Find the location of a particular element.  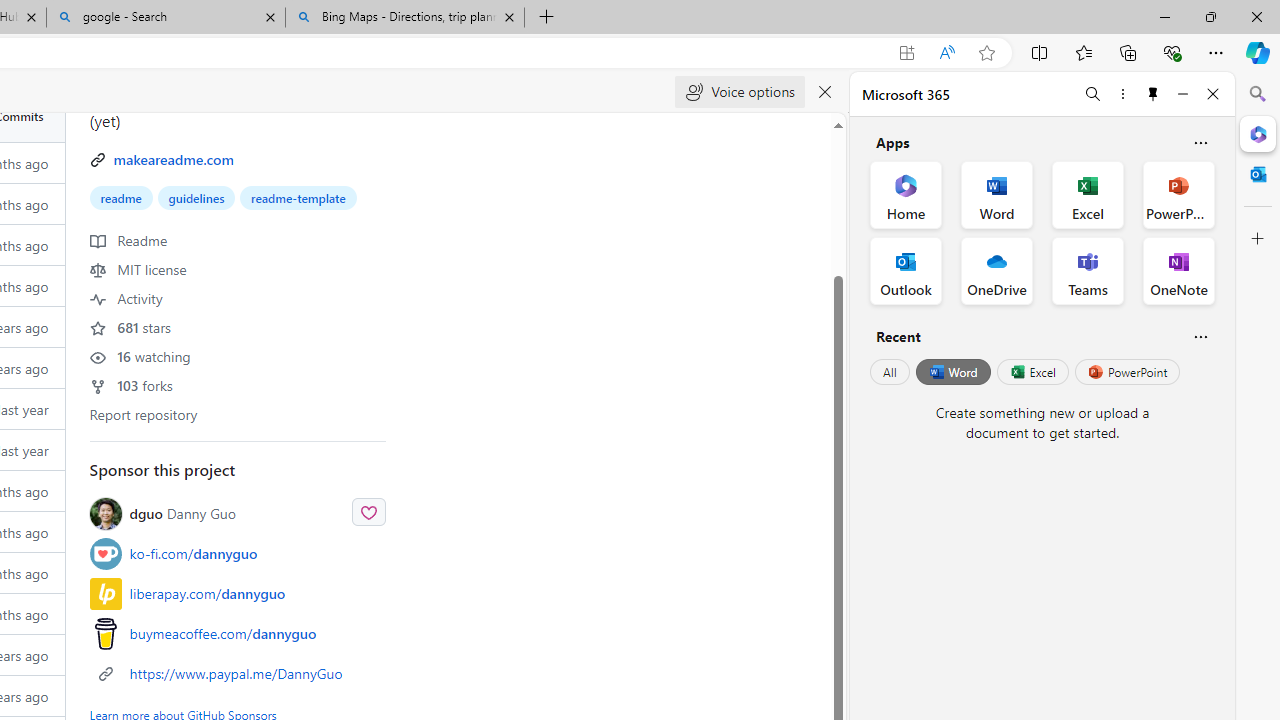

'Home Office App' is located at coordinates (905, 195).